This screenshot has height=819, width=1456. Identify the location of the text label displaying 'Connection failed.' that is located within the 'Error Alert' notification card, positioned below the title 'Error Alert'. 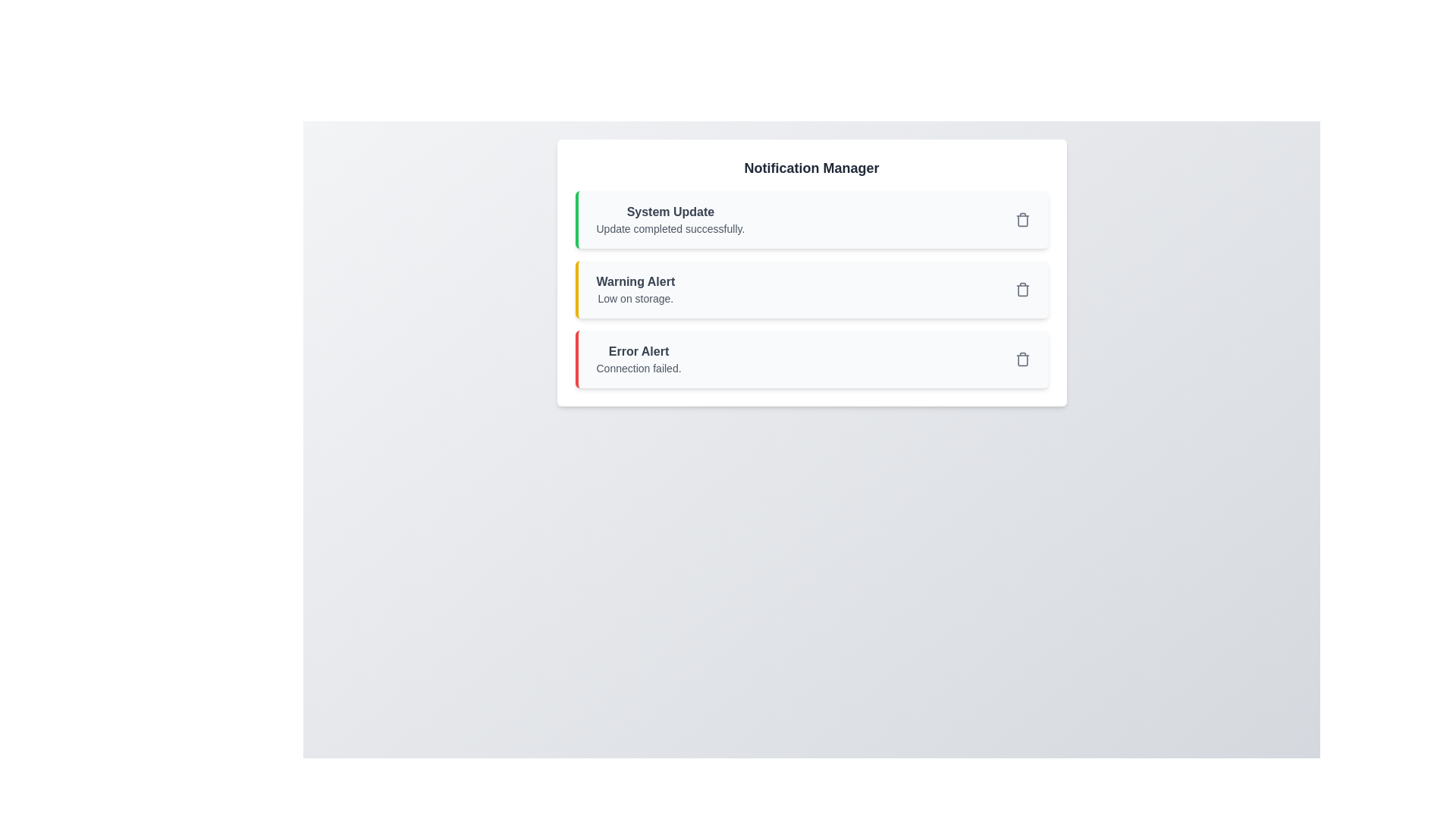
(639, 369).